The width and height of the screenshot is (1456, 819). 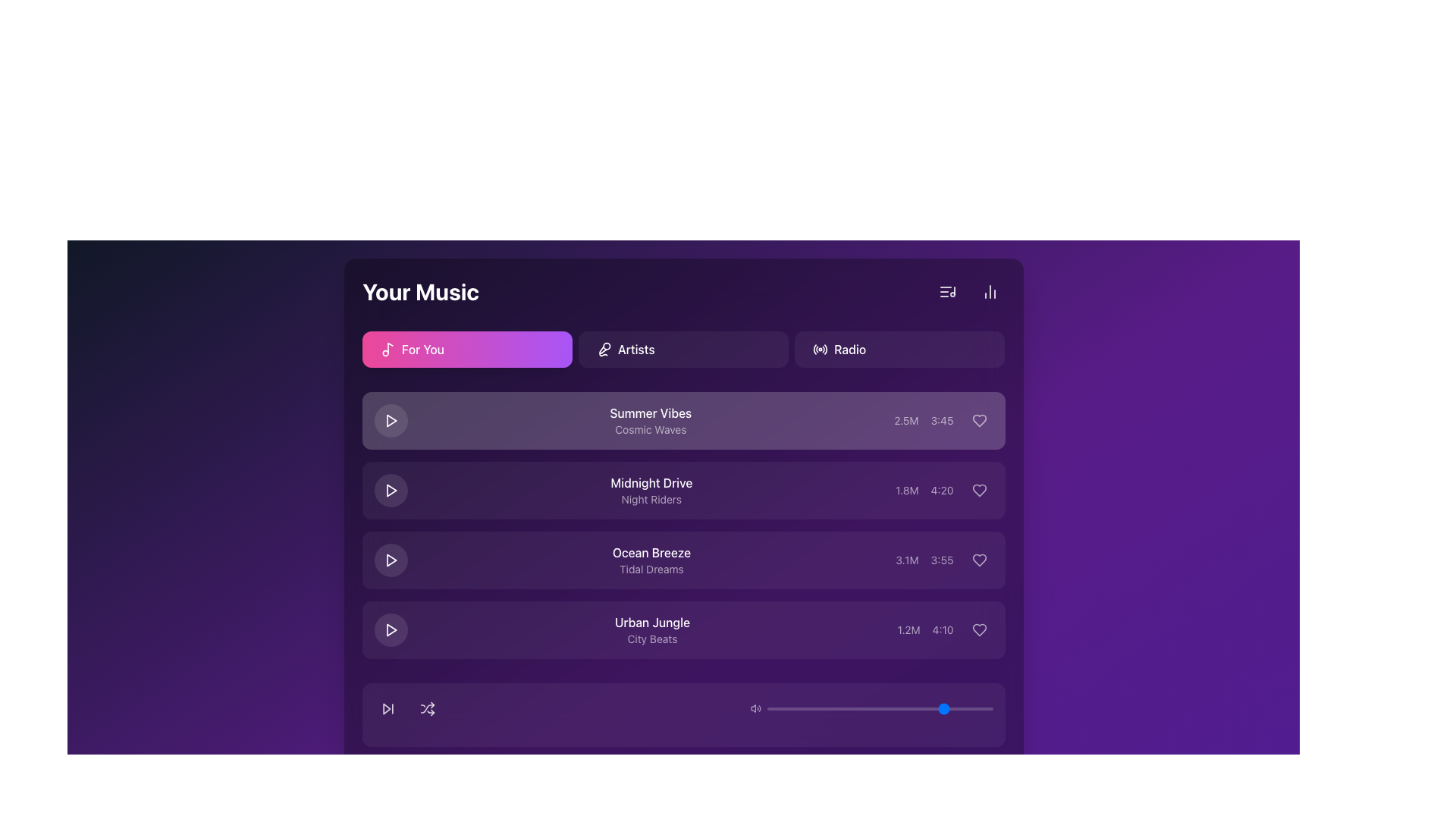 What do you see at coordinates (979, 560) in the screenshot?
I see `the heart-shaped icon indicating a favorite for the track 'Ocean Breeze' by 'Tidal Dreams'` at bounding box center [979, 560].